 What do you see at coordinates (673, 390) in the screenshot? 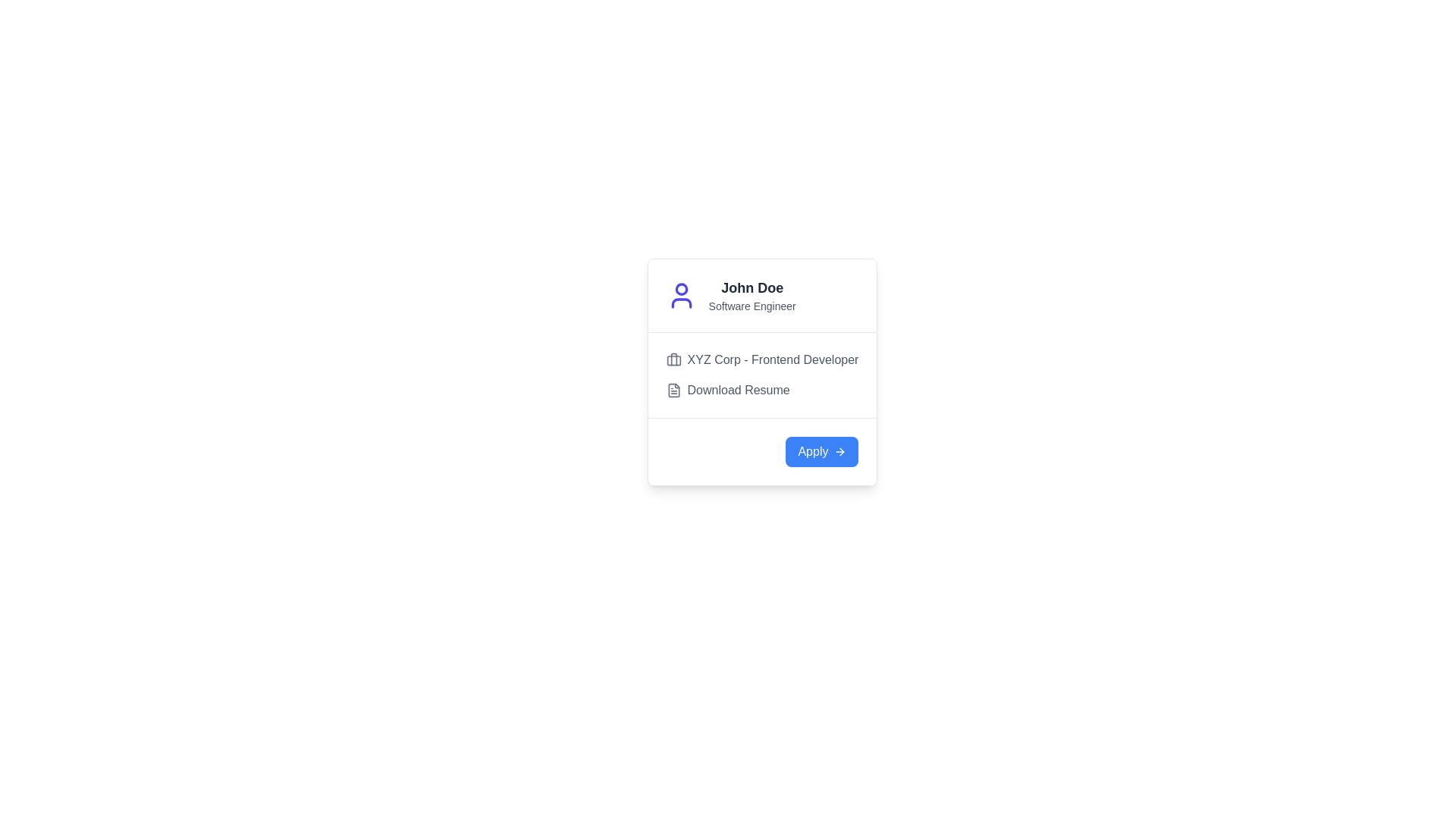
I see `the SVG Icon that visually indicates the association with the 'Download Resume' label, located to the left of the text within the middle section of the card component` at bounding box center [673, 390].